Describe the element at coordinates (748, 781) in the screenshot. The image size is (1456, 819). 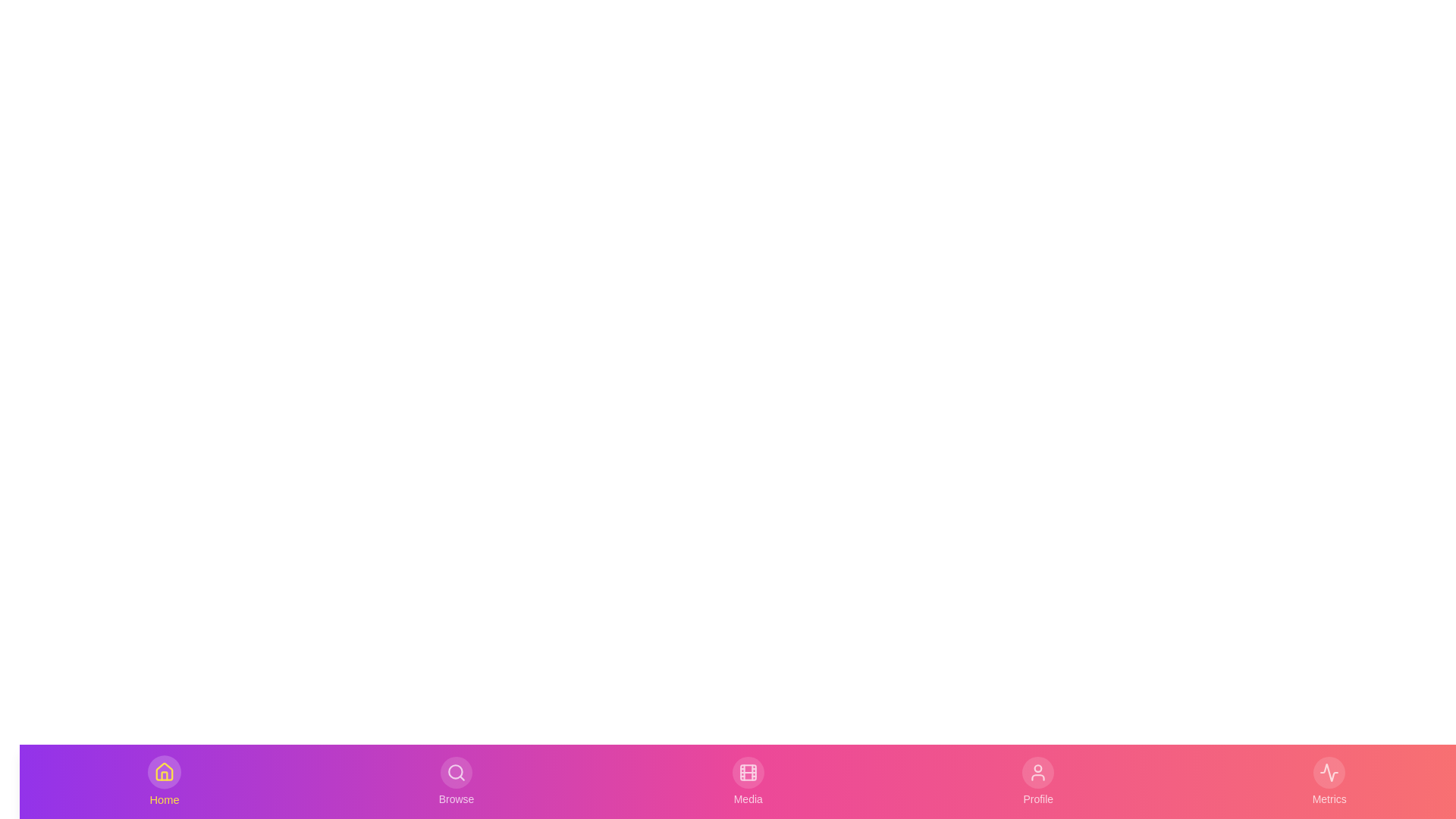
I see `the Media tab to activate it` at that location.